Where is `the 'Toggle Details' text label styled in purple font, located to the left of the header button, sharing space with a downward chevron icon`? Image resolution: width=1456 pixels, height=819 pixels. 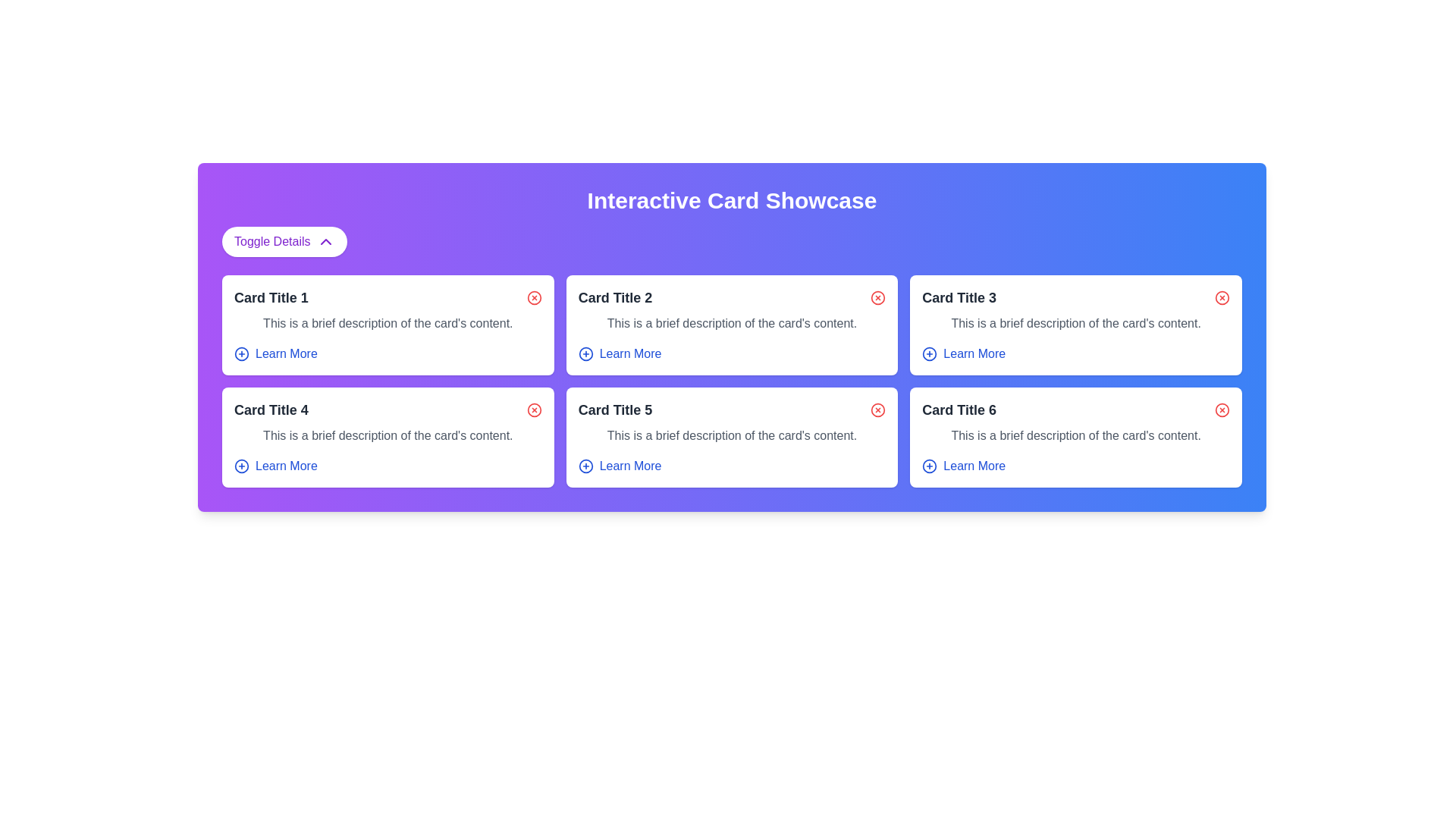 the 'Toggle Details' text label styled in purple font, located to the left of the header button, sharing space with a downward chevron icon is located at coordinates (272, 241).